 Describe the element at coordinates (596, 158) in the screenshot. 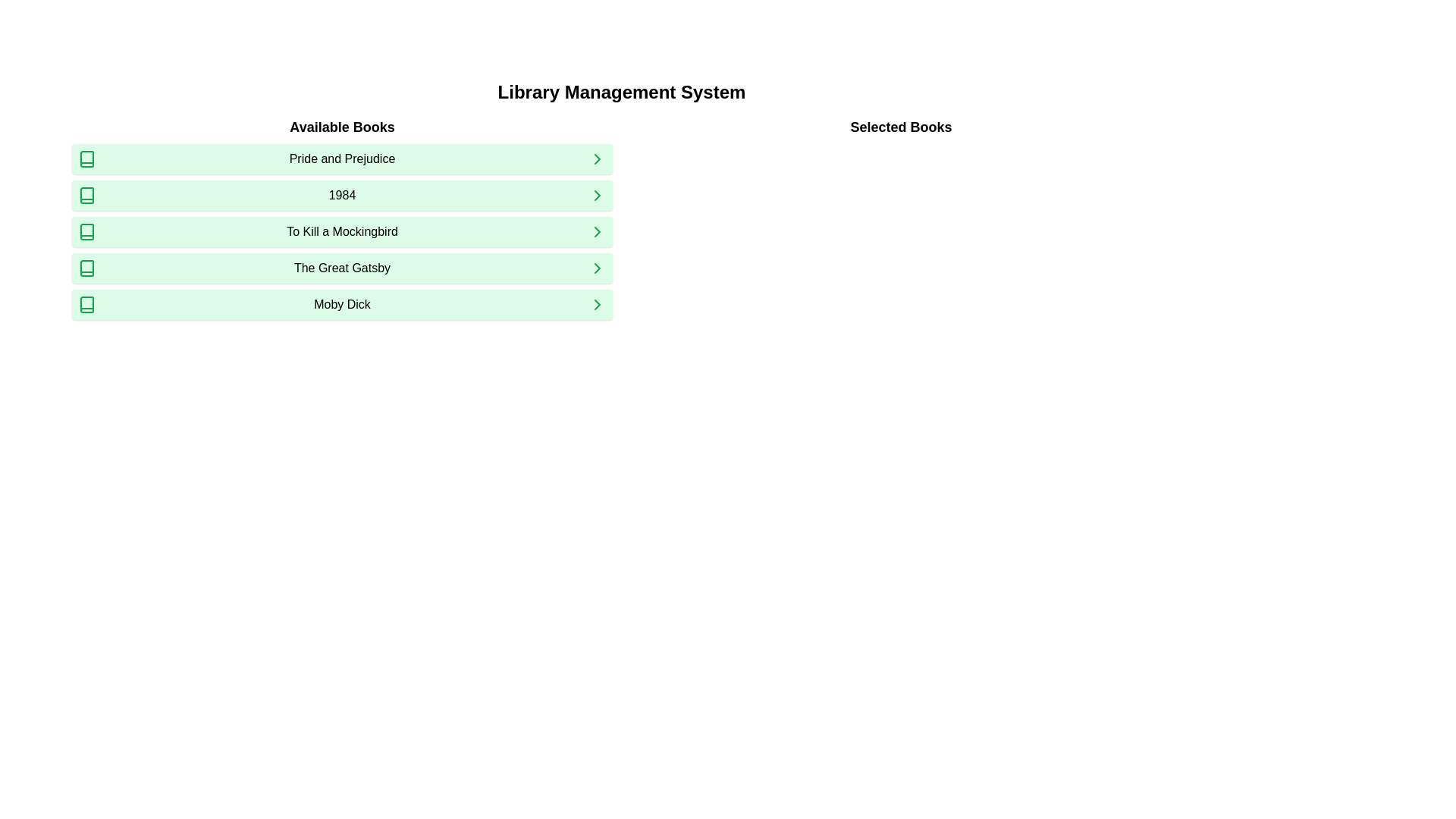

I see `the icon located at the far-right side of the 'Pride and Prejudice' row in the 'Available Books' section` at that location.